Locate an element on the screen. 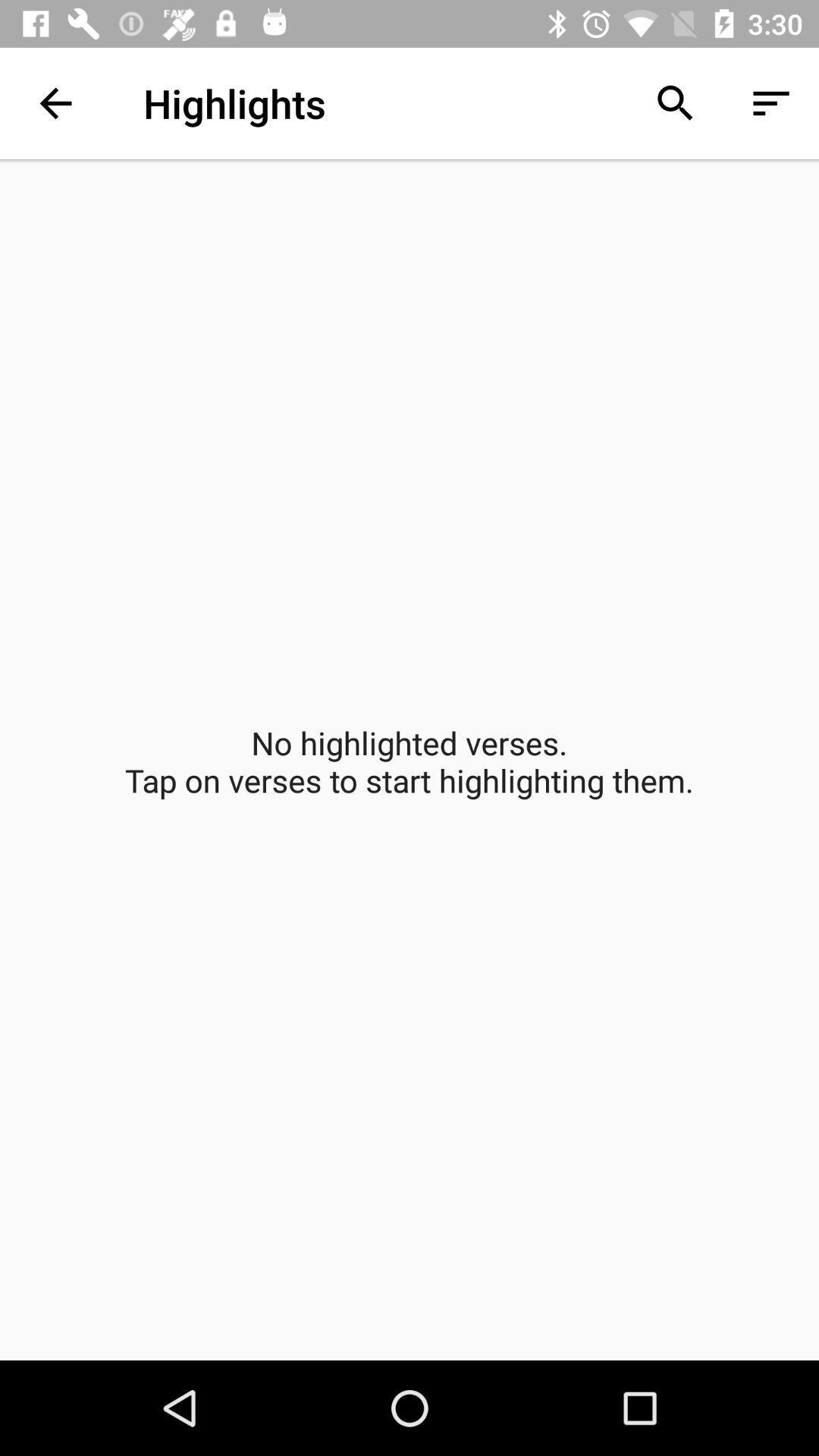 Image resolution: width=819 pixels, height=1456 pixels. the app to the left of the highlights app is located at coordinates (55, 102).